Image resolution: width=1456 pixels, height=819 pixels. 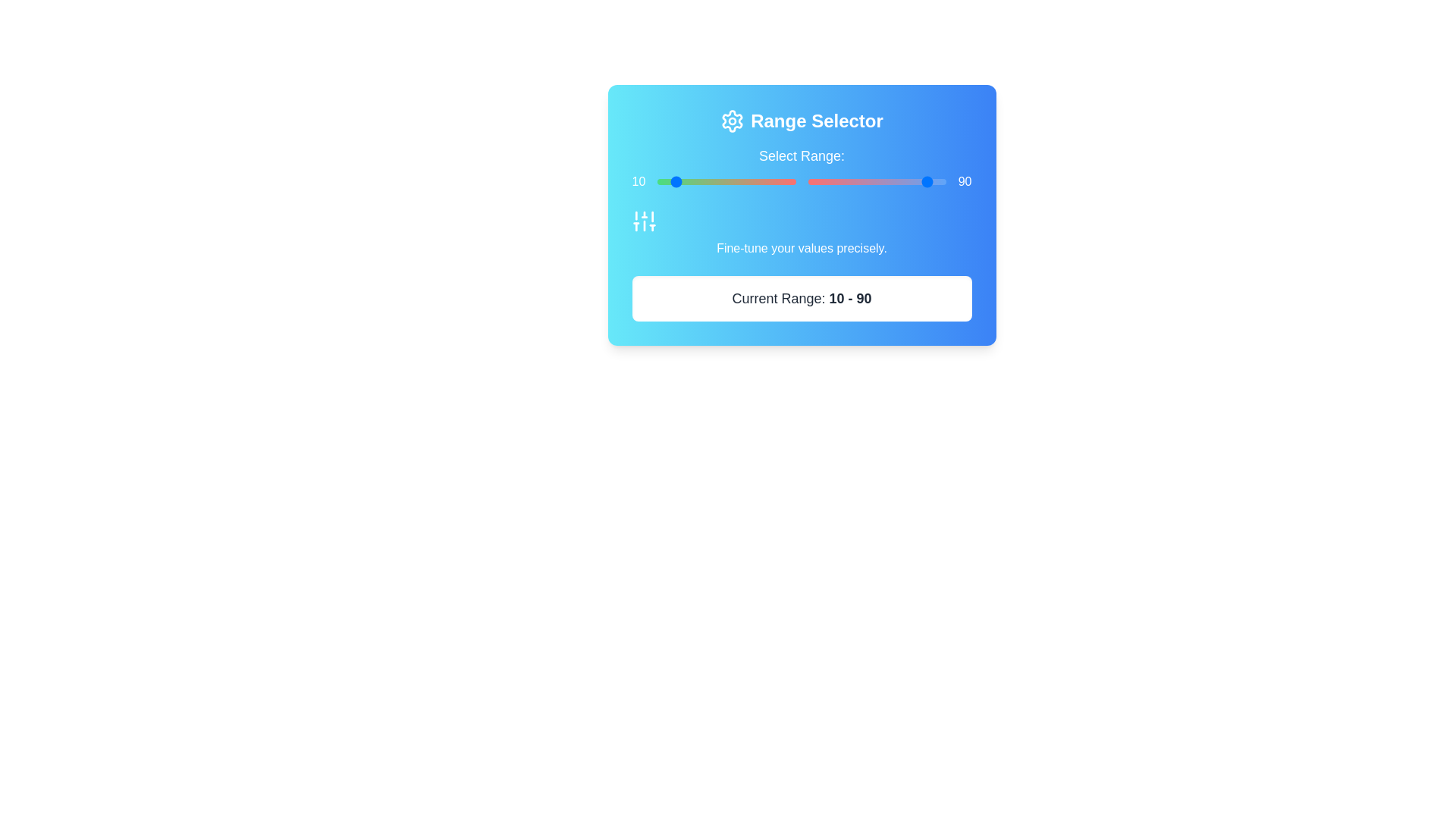 I want to click on the right range slider to set its value to 31, so click(x=851, y=180).